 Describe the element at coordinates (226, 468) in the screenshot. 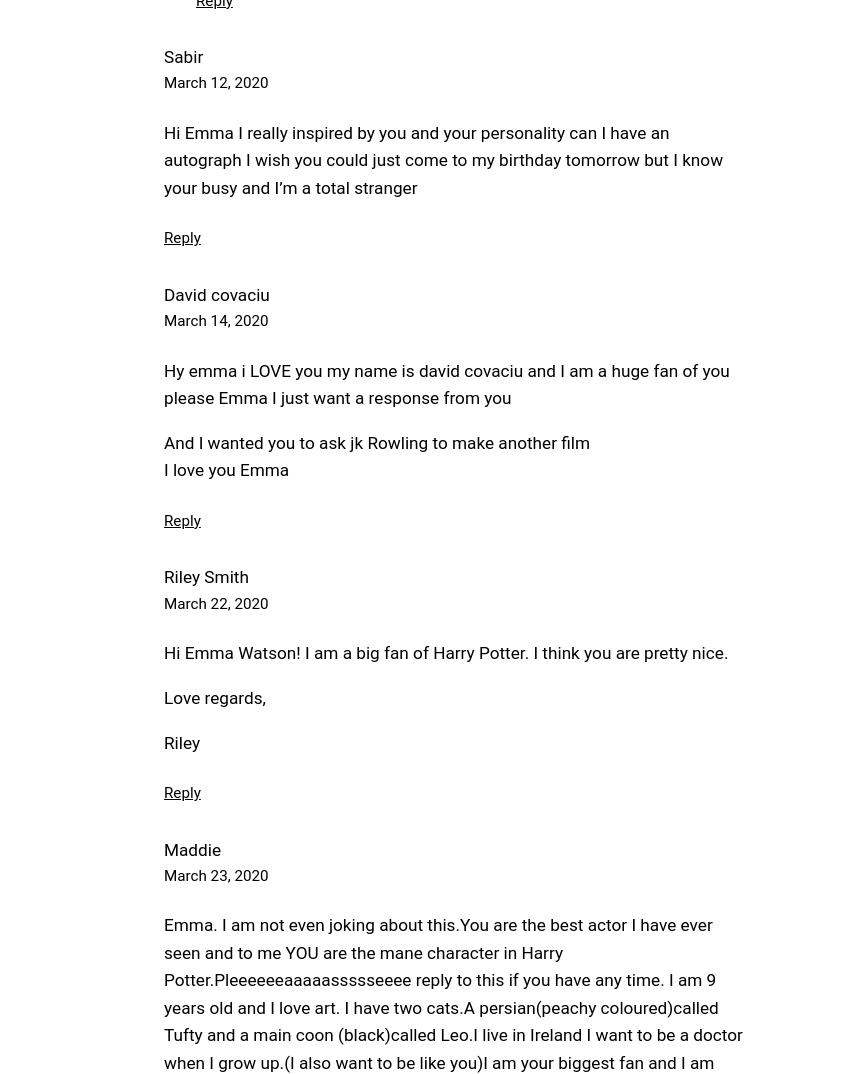

I see `'I love you Emma'` at that location.